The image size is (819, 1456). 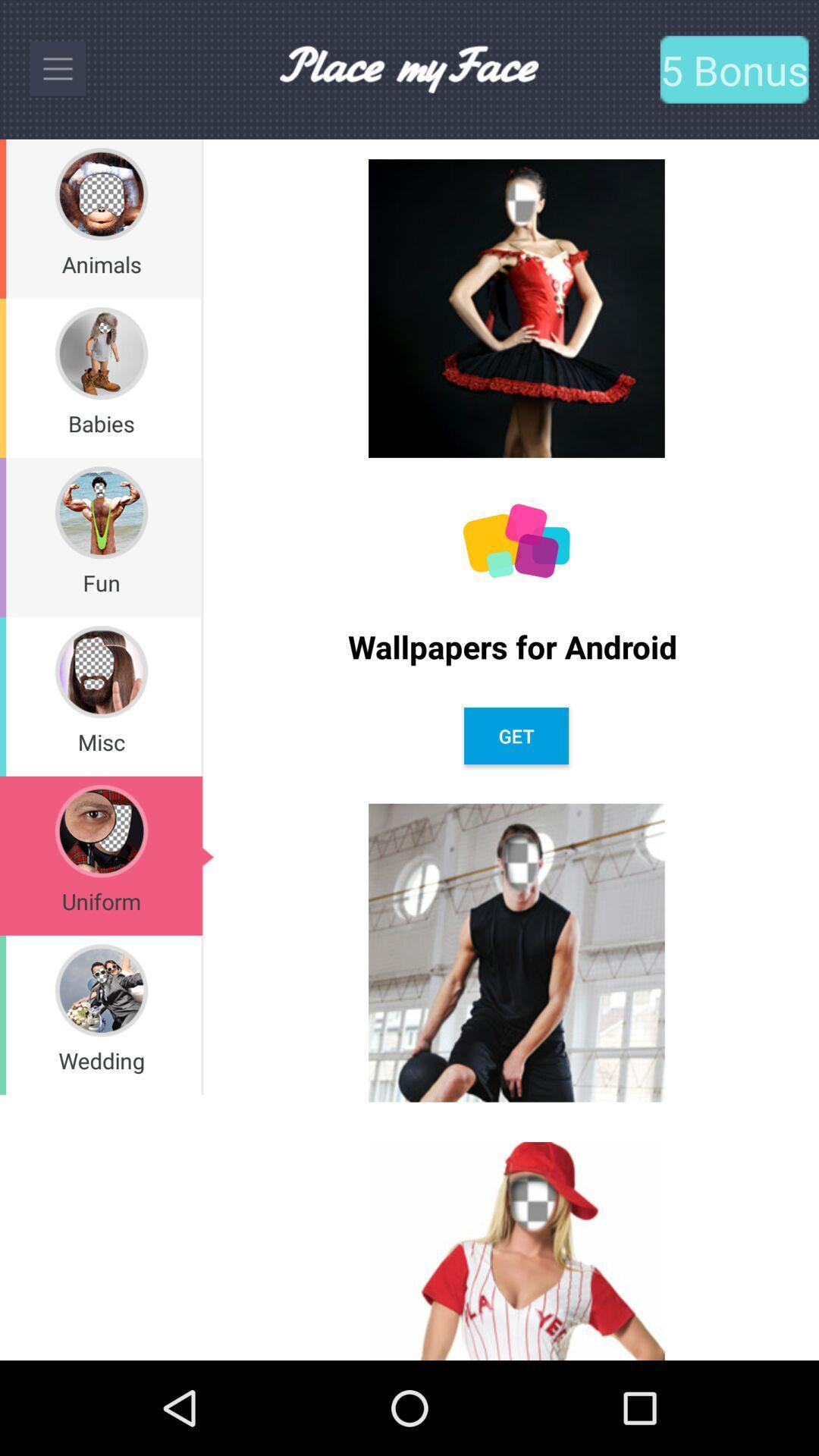 I want to click on the no of types wallpaper, so click(x=516, y=541).